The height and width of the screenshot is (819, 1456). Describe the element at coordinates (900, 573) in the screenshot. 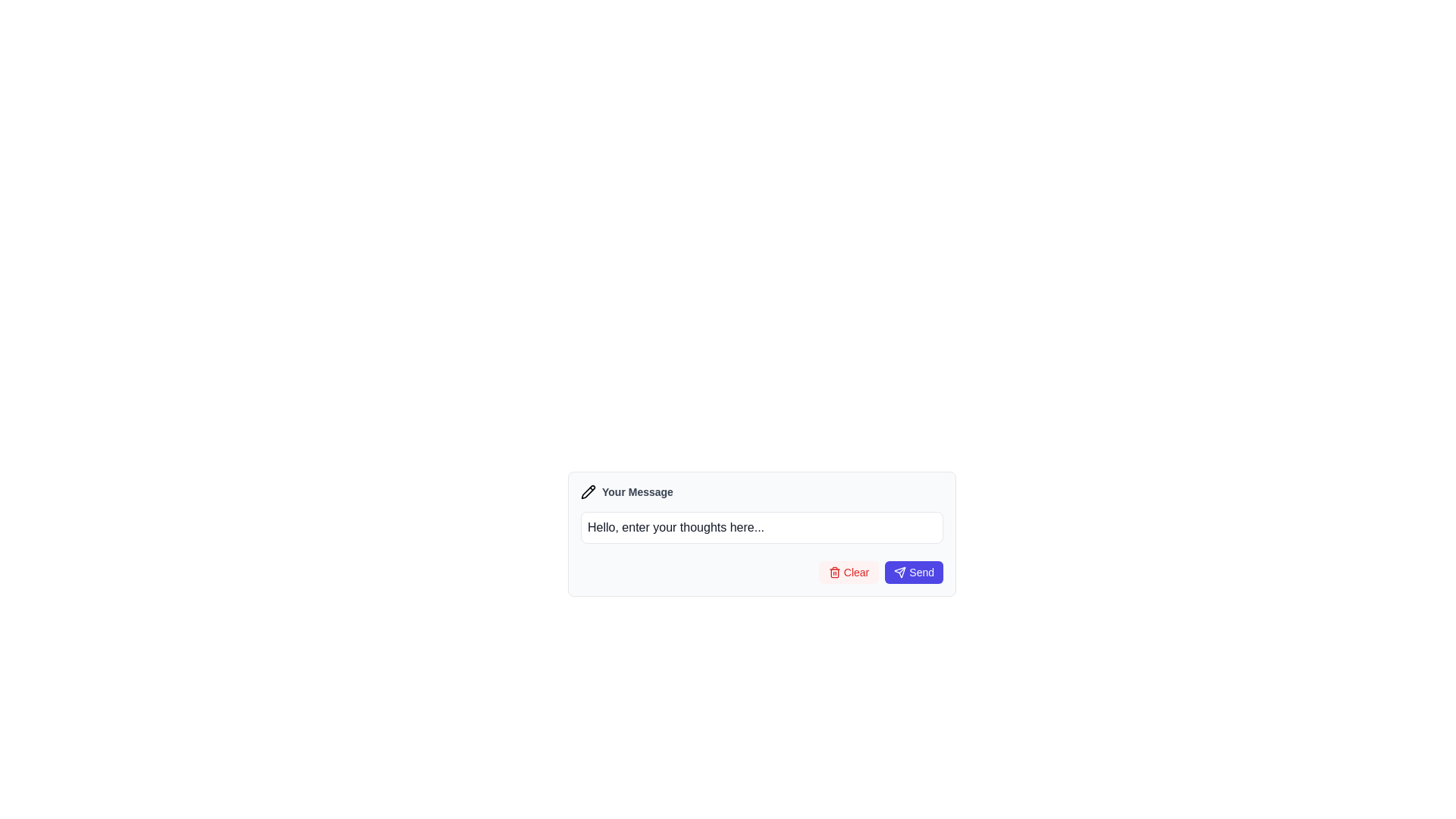

I see `the 'Send' button containing the paper airplane icon, which is styled with a purple background and rounded corners, located at the far right of the form` at that location.